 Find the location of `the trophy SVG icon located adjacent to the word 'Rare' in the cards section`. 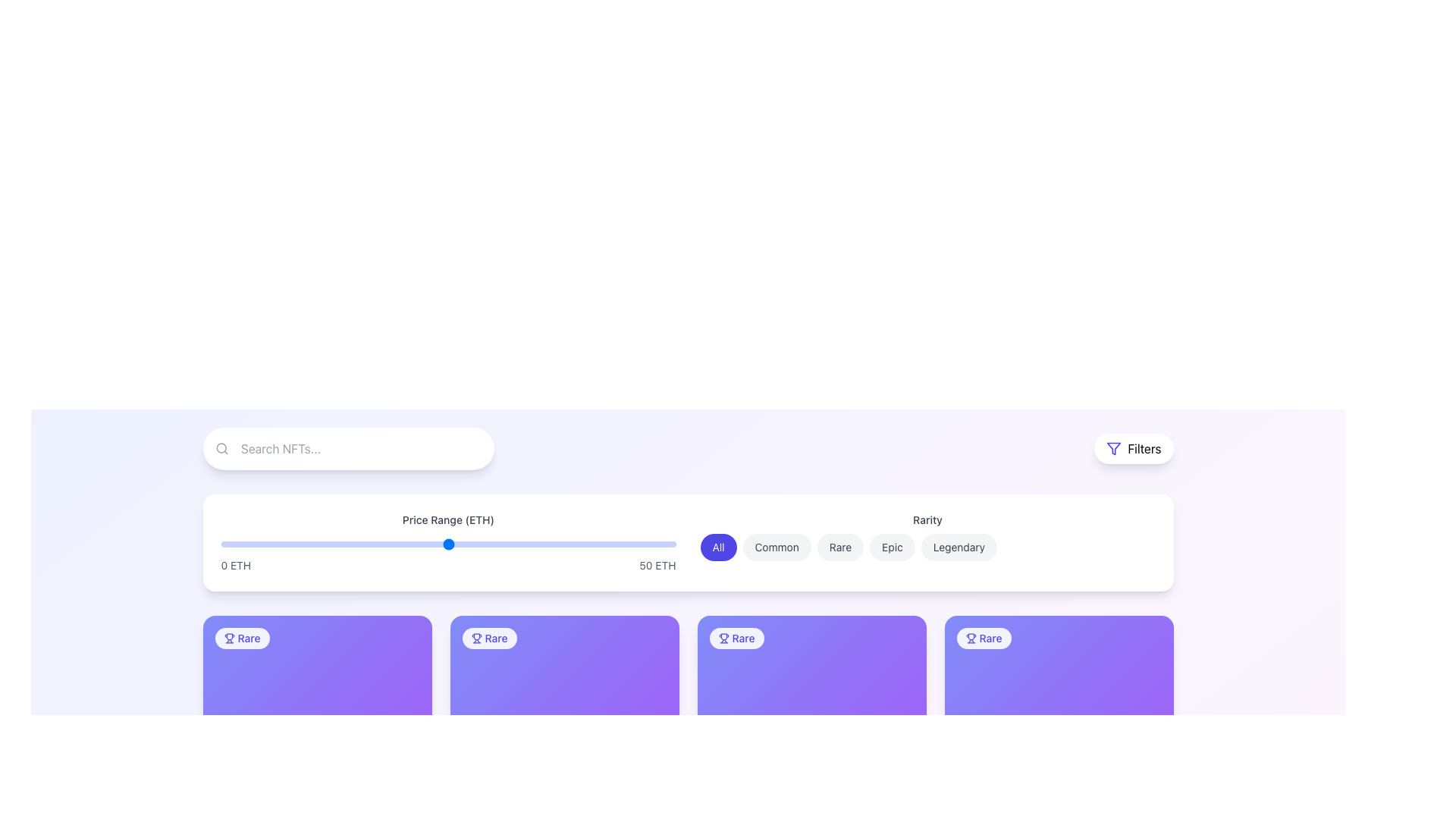

the trophy SVG icon located adjacent to the word 'Rare' in the cards section is located at coordinates (723, 638).